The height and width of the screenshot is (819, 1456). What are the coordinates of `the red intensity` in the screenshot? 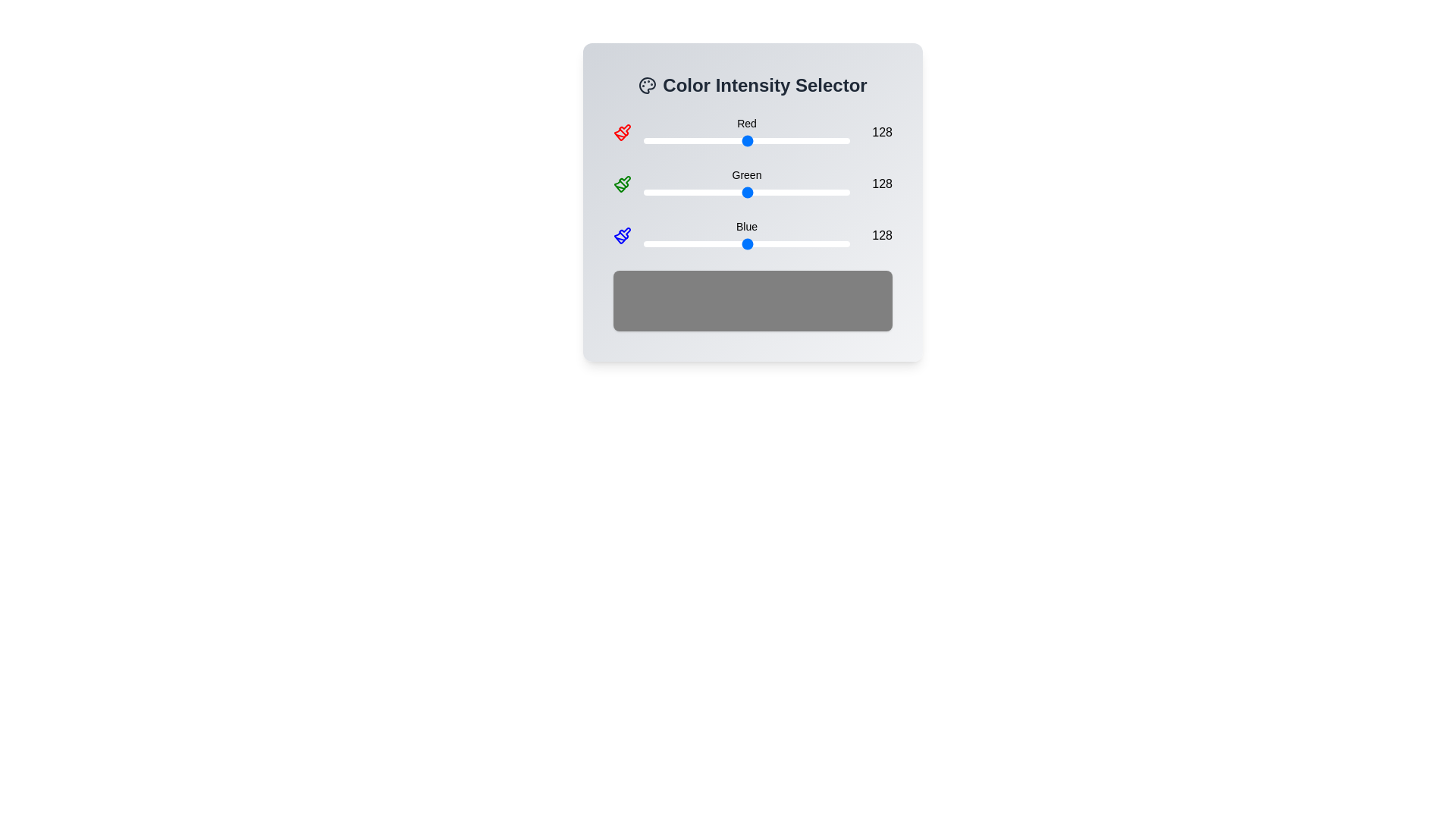 It's located at (733, 140).